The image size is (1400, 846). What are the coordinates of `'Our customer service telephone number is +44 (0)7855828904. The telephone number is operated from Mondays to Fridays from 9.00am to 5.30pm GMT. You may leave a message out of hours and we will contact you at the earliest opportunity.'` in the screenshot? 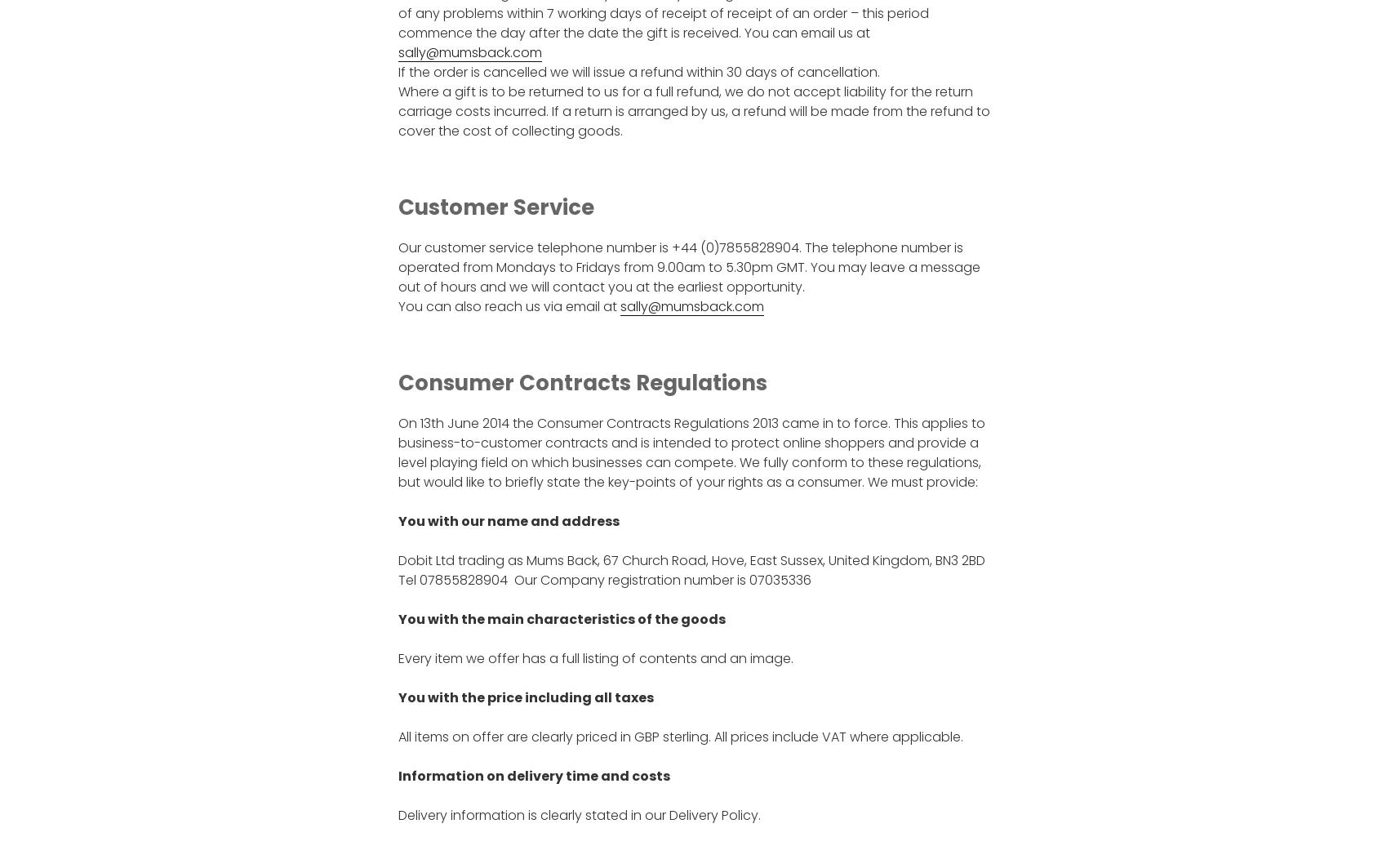 It's located at (687, 267).